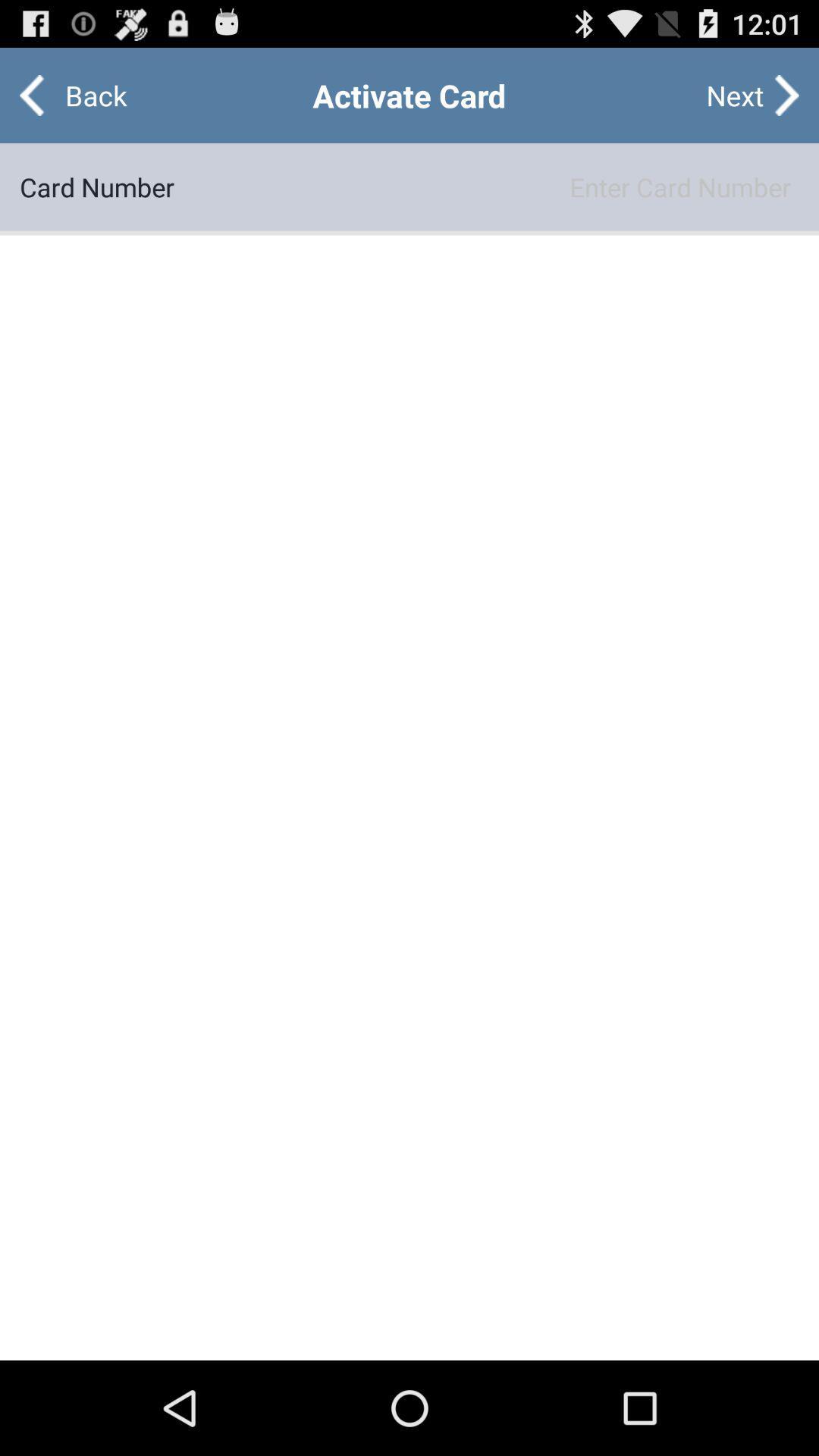 Image resolution: width=819 pixels, height=1456 pixels. I want to click on next item, so click(734, 94).